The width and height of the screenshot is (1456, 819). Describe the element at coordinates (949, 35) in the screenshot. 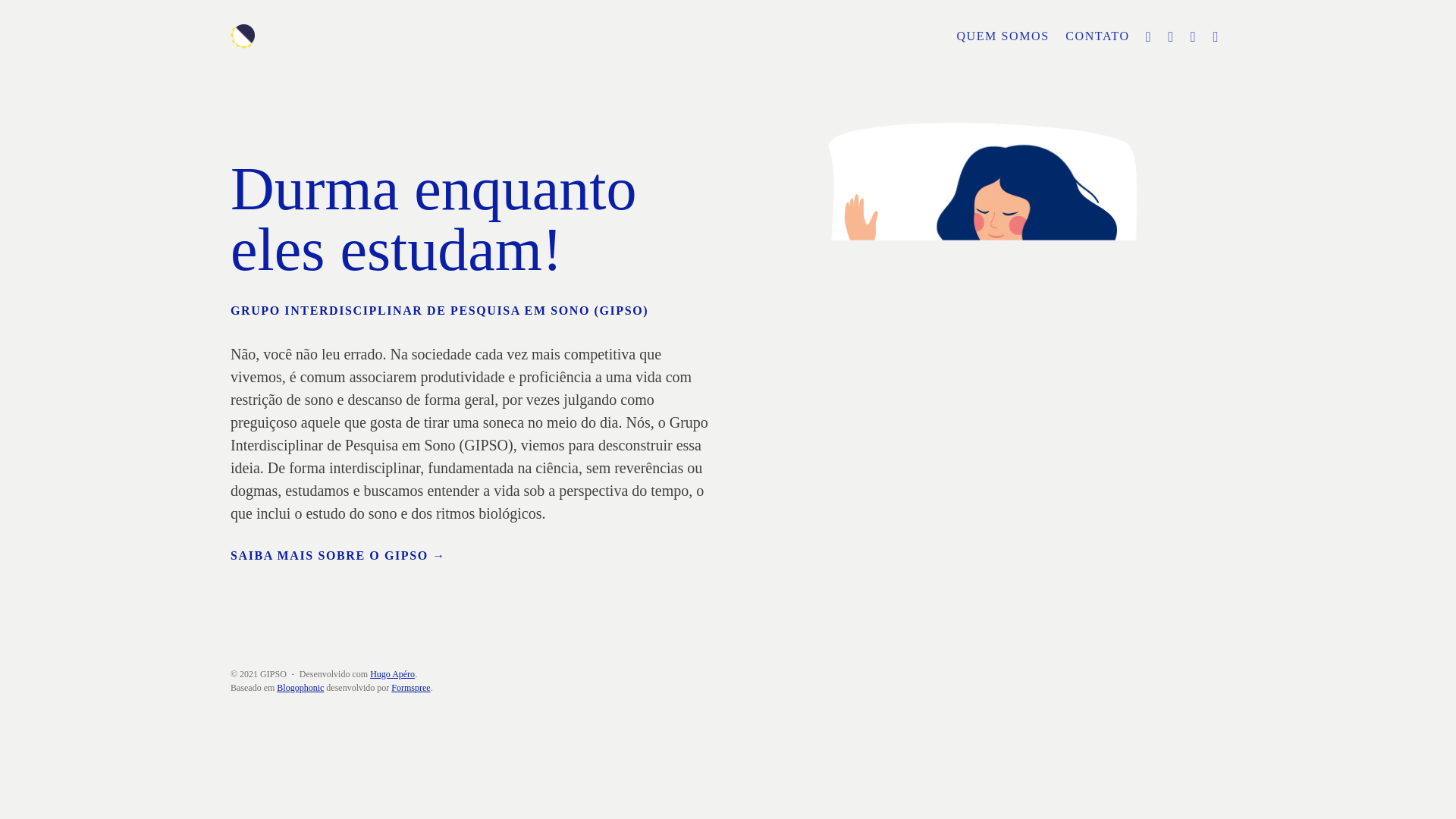

I see `'QUEM SOMOS'` at that location.